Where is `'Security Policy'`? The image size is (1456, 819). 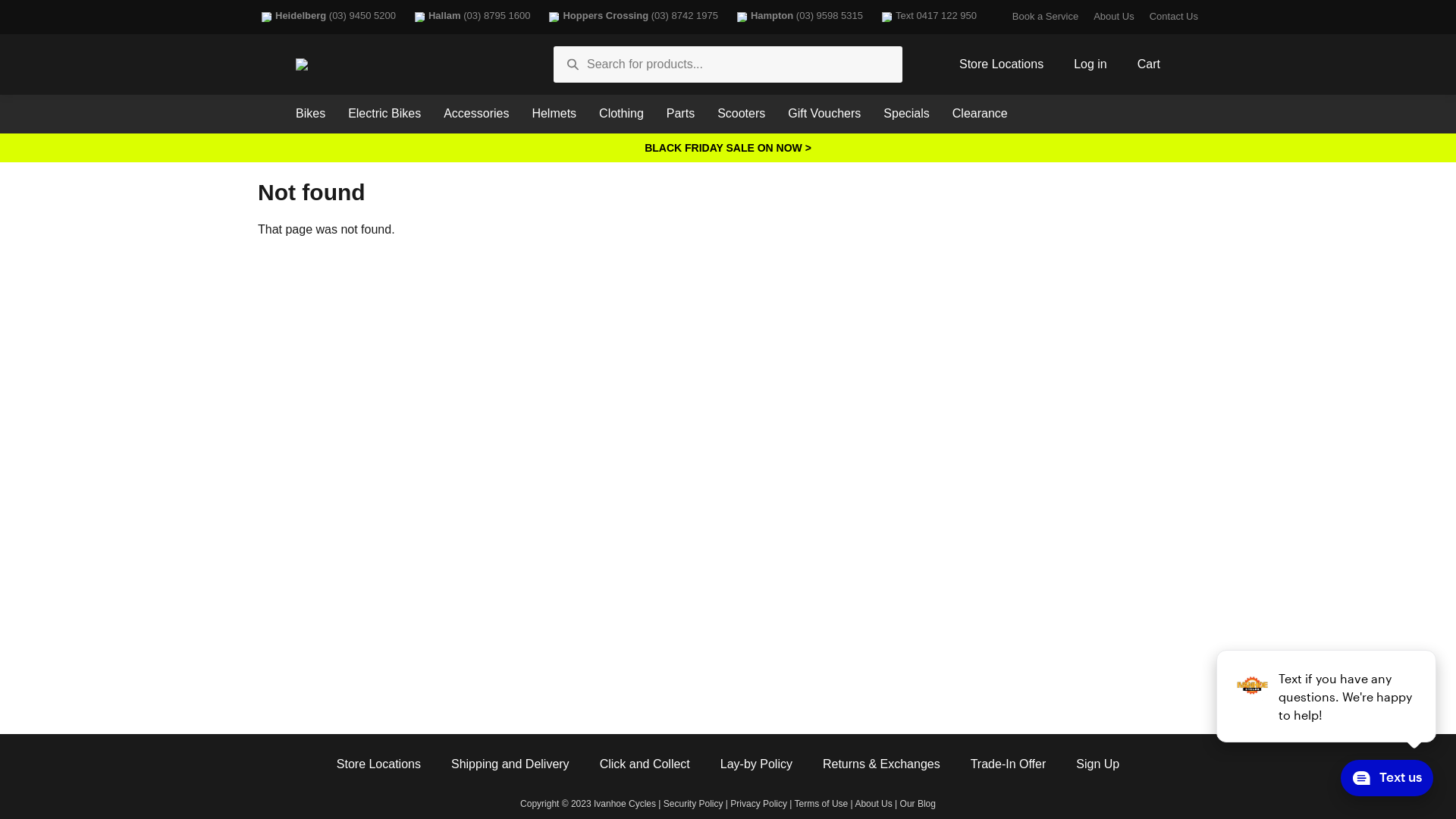
'Security Policy' is located at coordinates (692, 803).